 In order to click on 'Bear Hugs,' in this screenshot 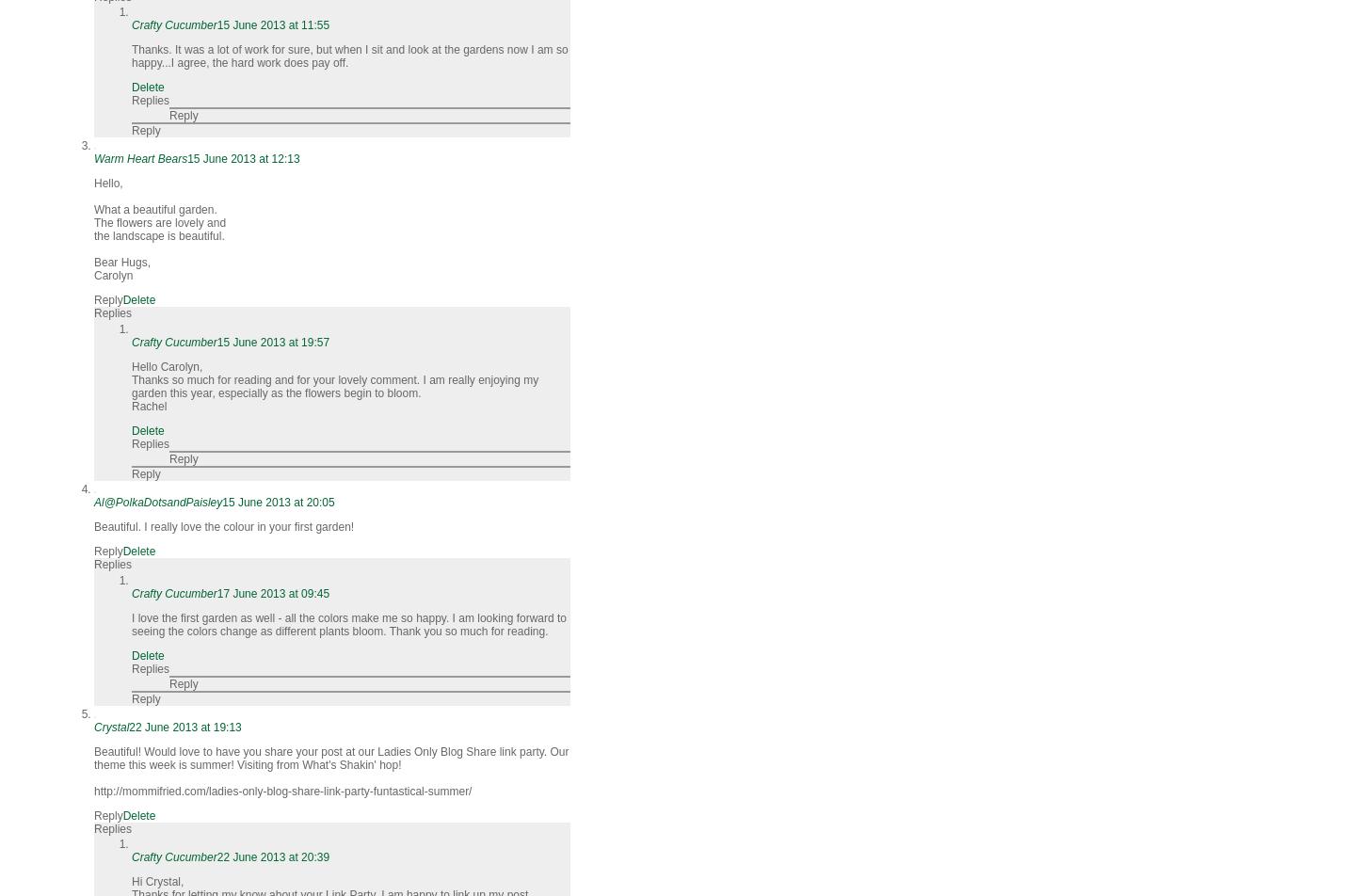, I will do `click(121, 263)`.